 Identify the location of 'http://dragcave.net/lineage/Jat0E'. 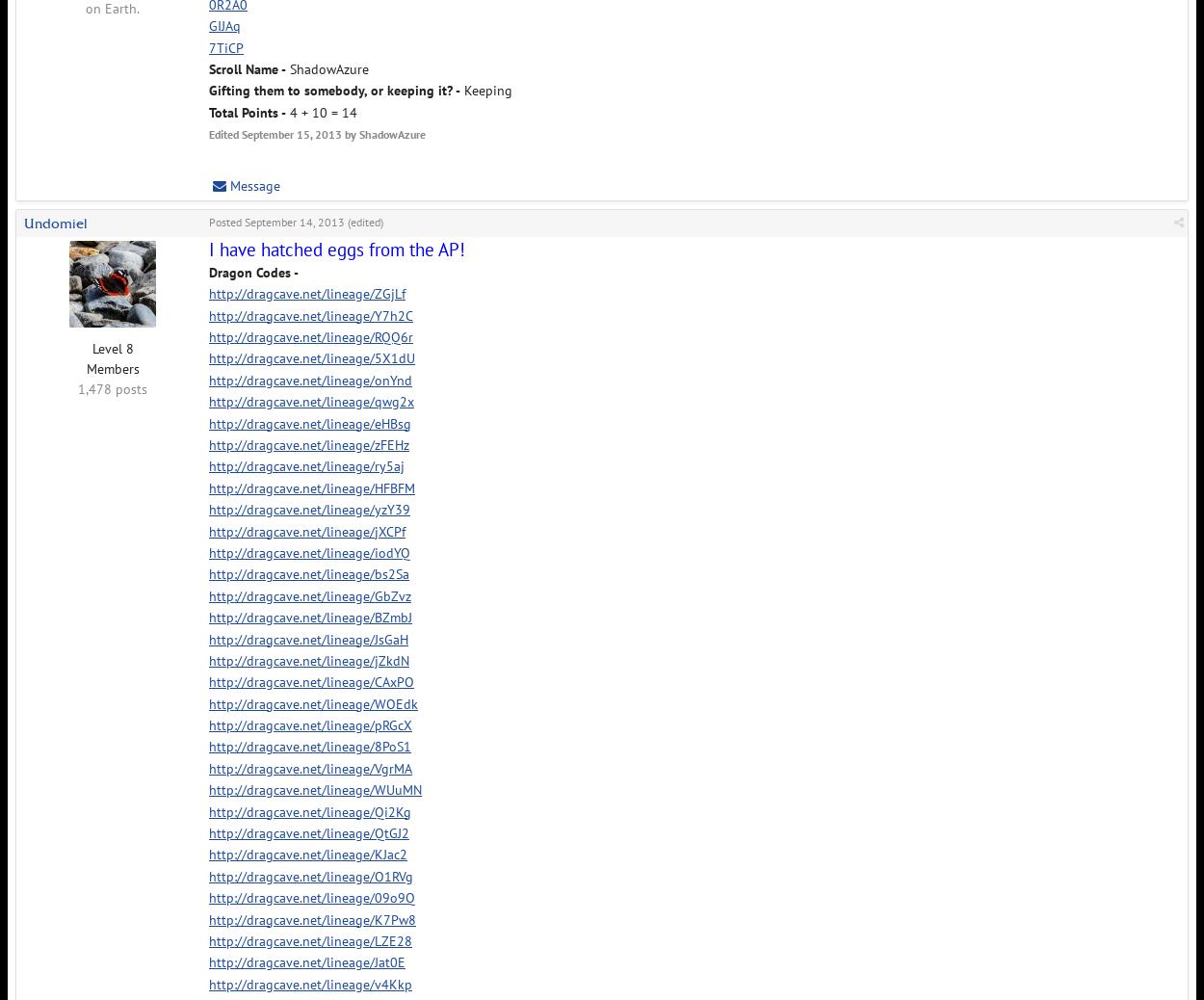
(306, 961).